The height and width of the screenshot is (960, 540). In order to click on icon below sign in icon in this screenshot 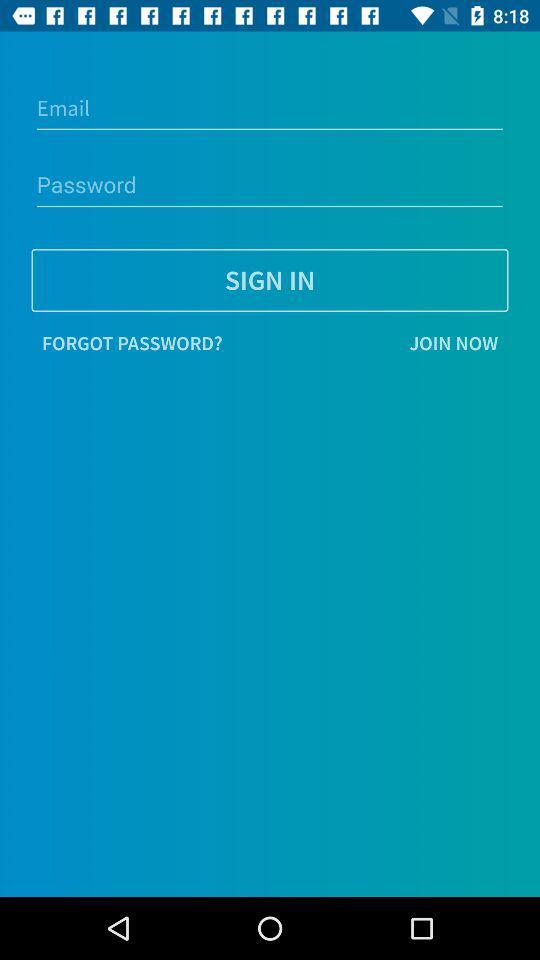, I will do `click(132, 343)`.